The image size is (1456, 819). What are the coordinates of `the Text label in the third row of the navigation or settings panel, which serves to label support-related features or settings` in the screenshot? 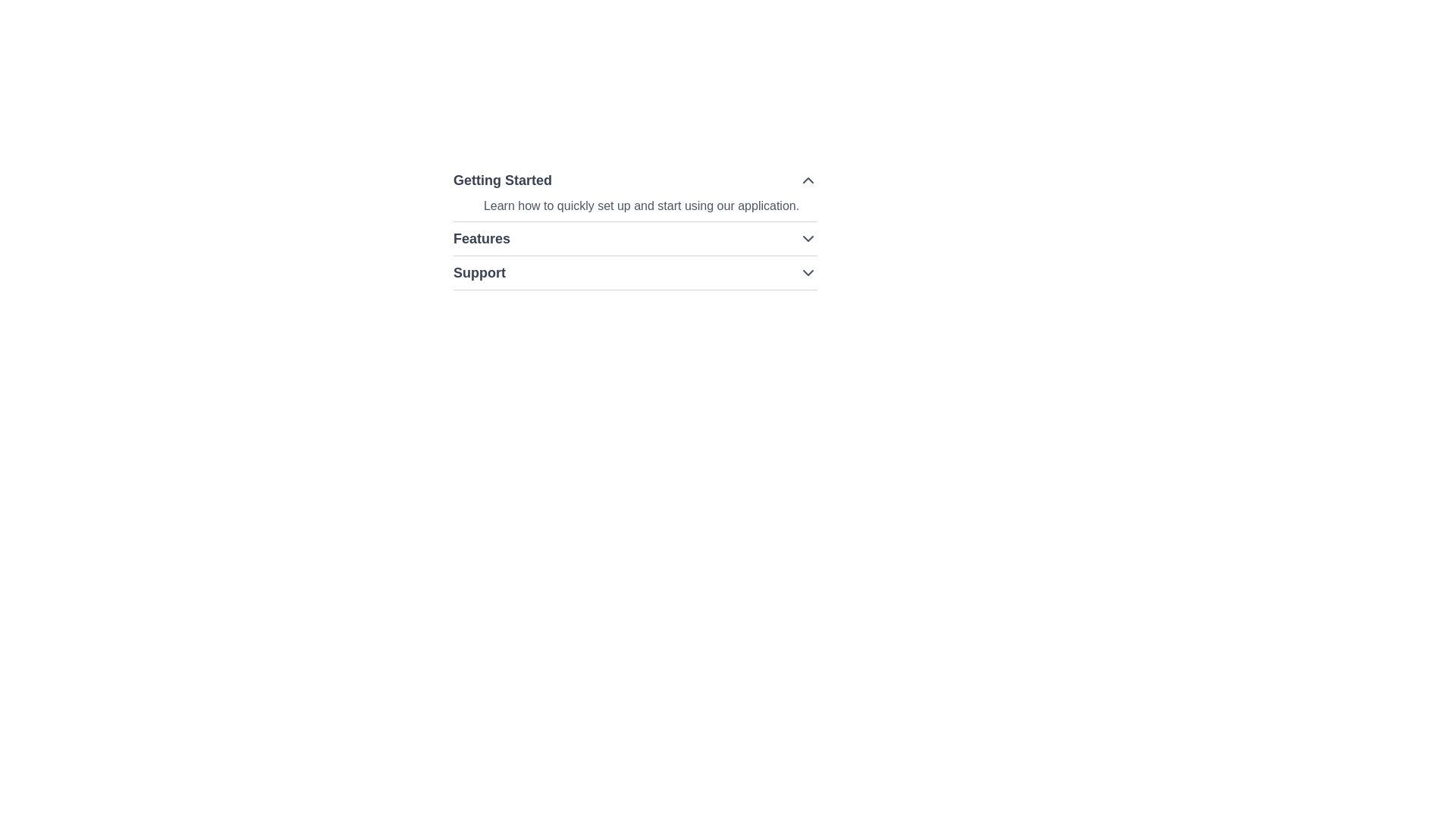 It's located at (479, 271).